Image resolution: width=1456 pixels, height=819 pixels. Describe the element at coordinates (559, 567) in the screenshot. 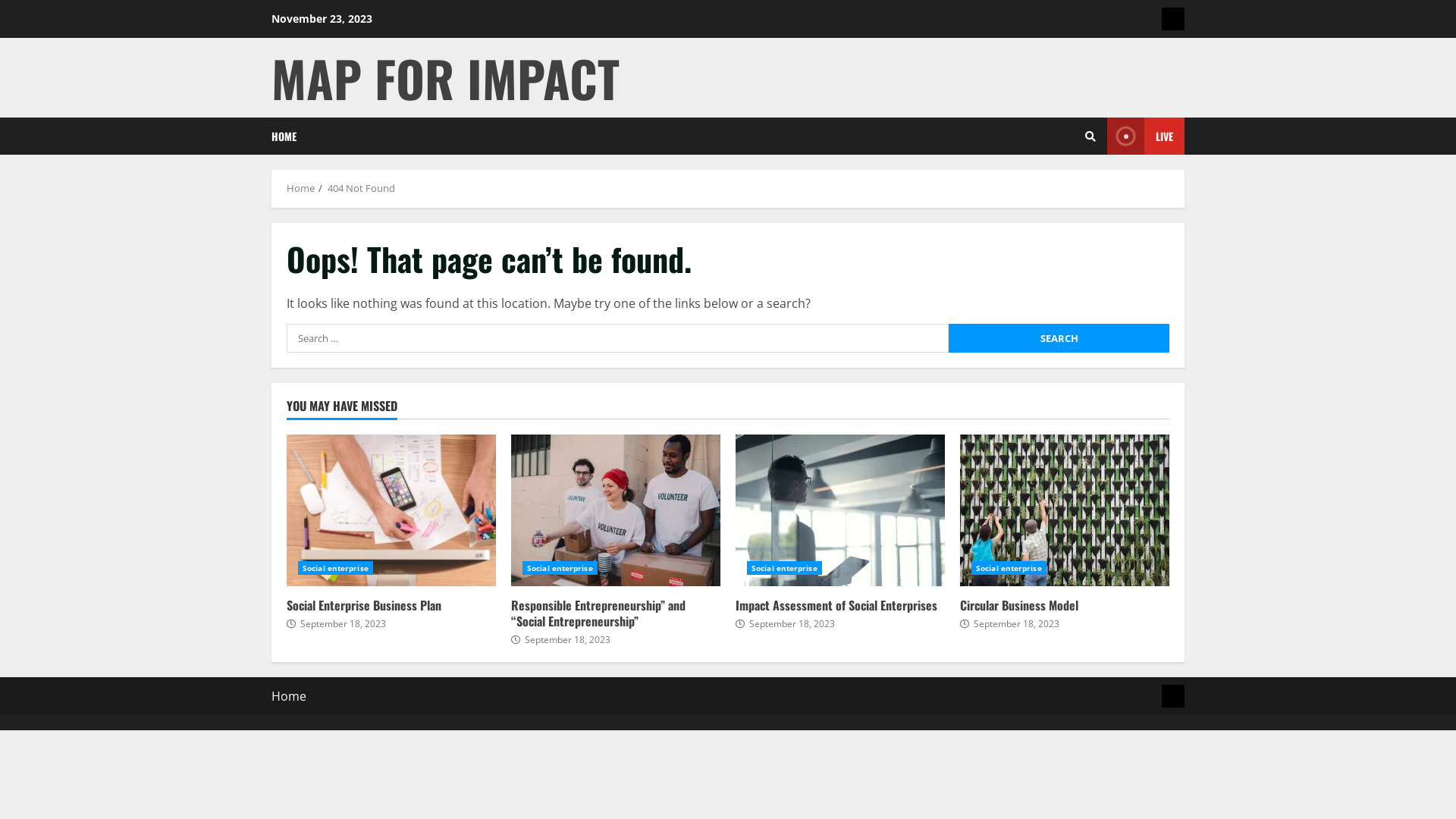

I see `'Social enterprise'` at that location.